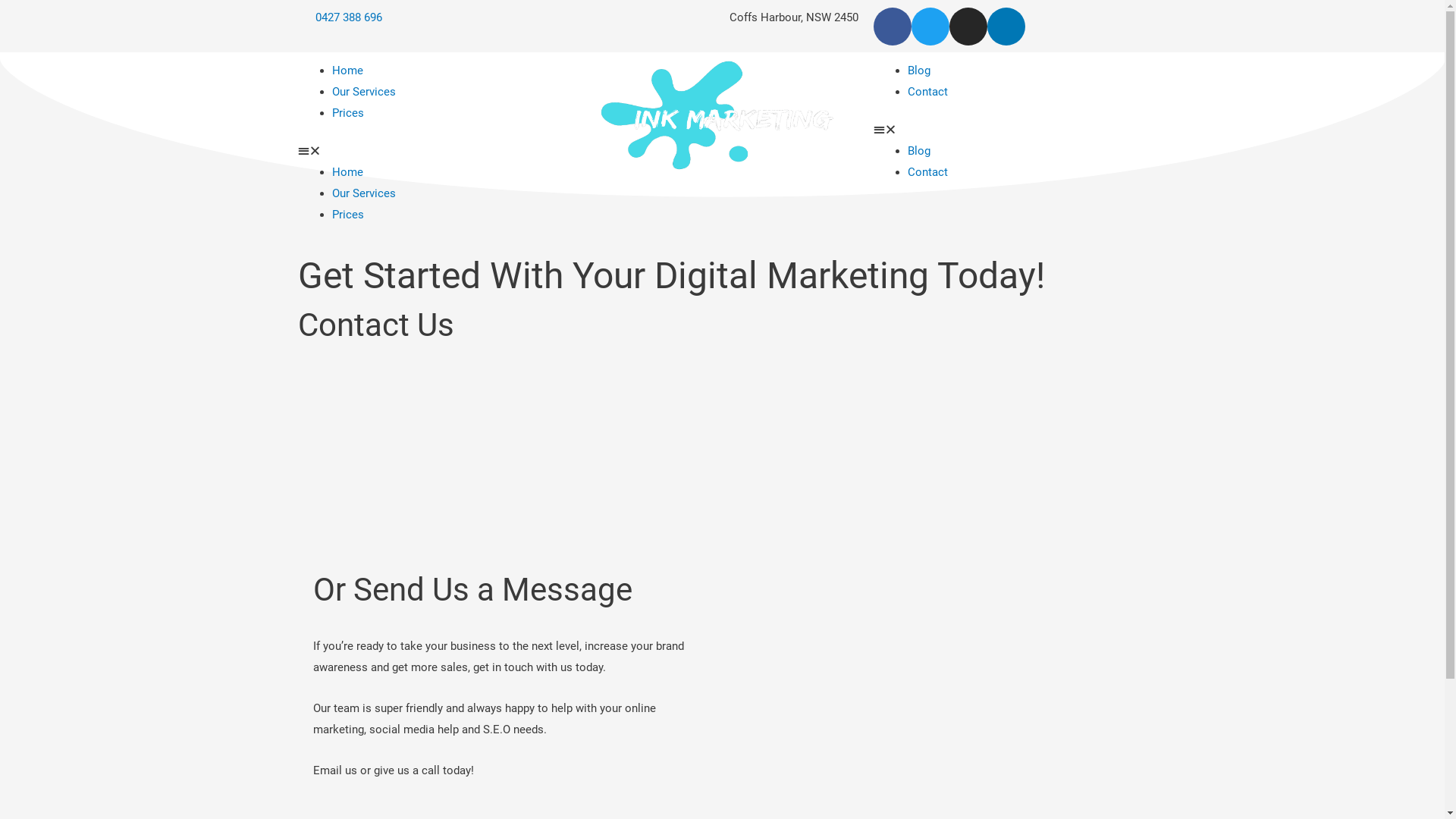  What do you see at coordinates (331, 192) in the screenshot?
I see `'Our Services'` at bounding box center [331, 192].